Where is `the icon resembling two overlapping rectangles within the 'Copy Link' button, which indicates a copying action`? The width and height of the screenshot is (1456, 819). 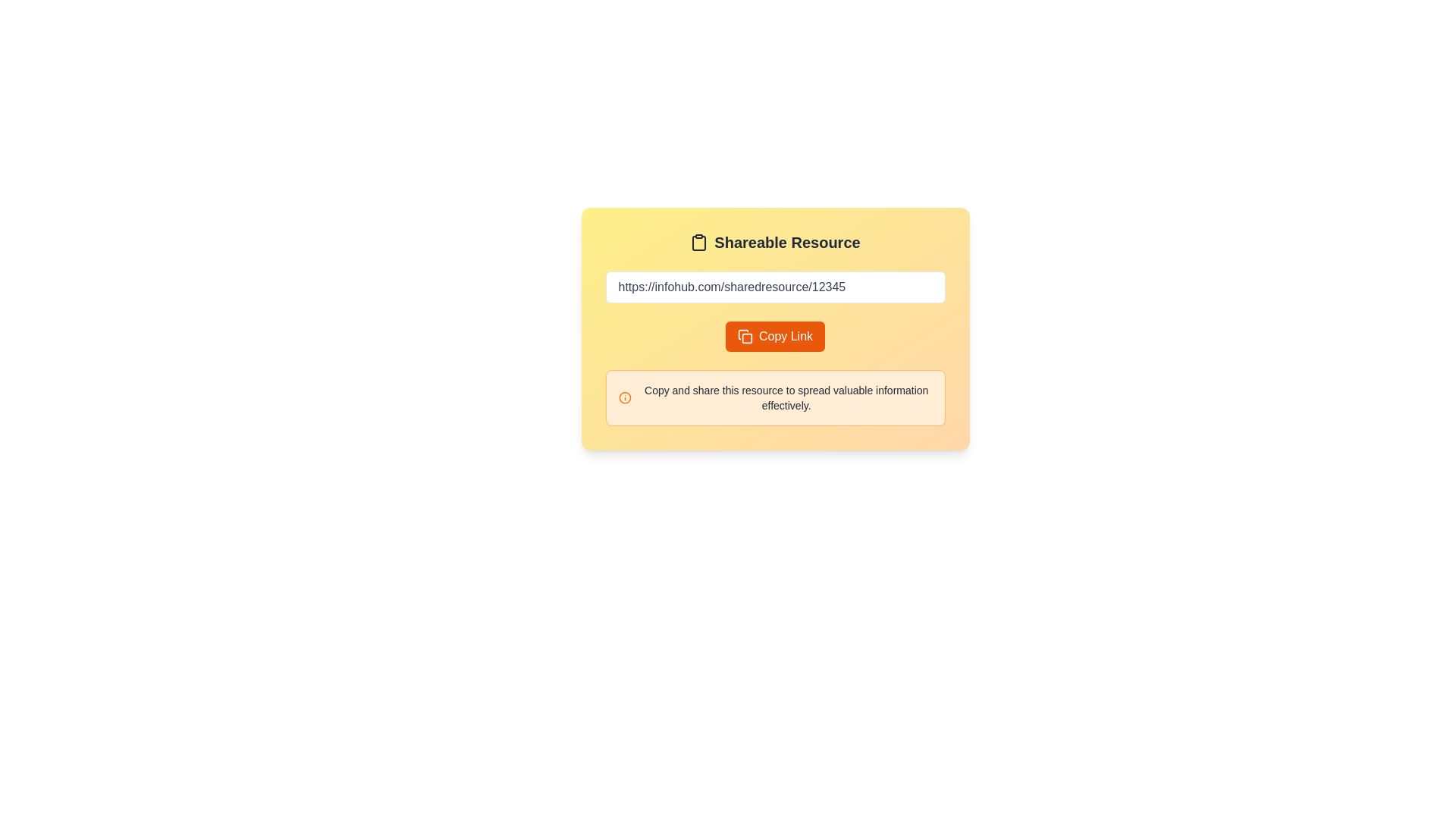 the icon resembling two overlapping rectangles within the 'Copy Link' button, which indicates a copying action is located at coordinates (745, 335).